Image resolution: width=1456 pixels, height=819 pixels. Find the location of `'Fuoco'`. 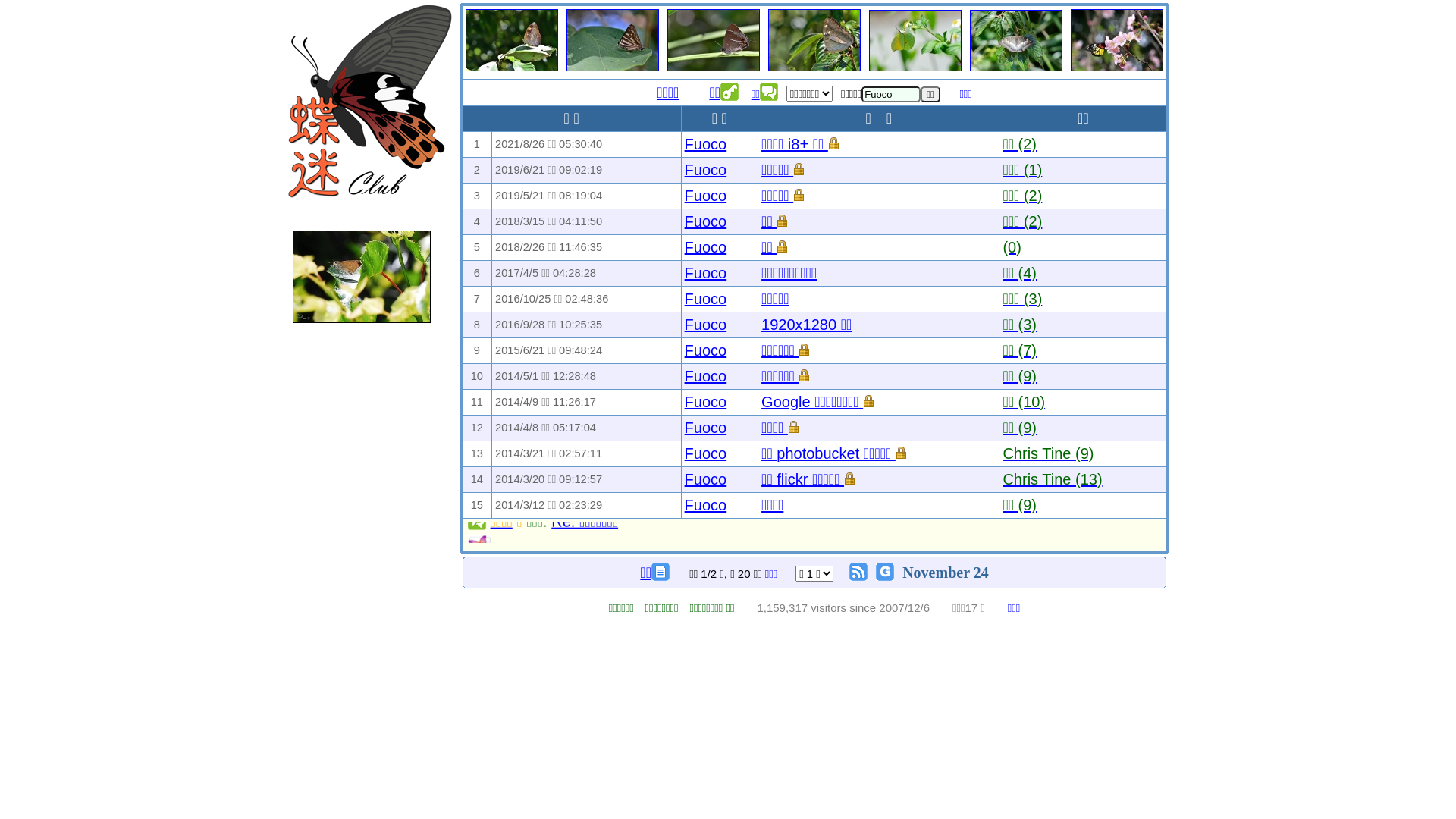

'Fuoco' is located at coordinates (705, 375).